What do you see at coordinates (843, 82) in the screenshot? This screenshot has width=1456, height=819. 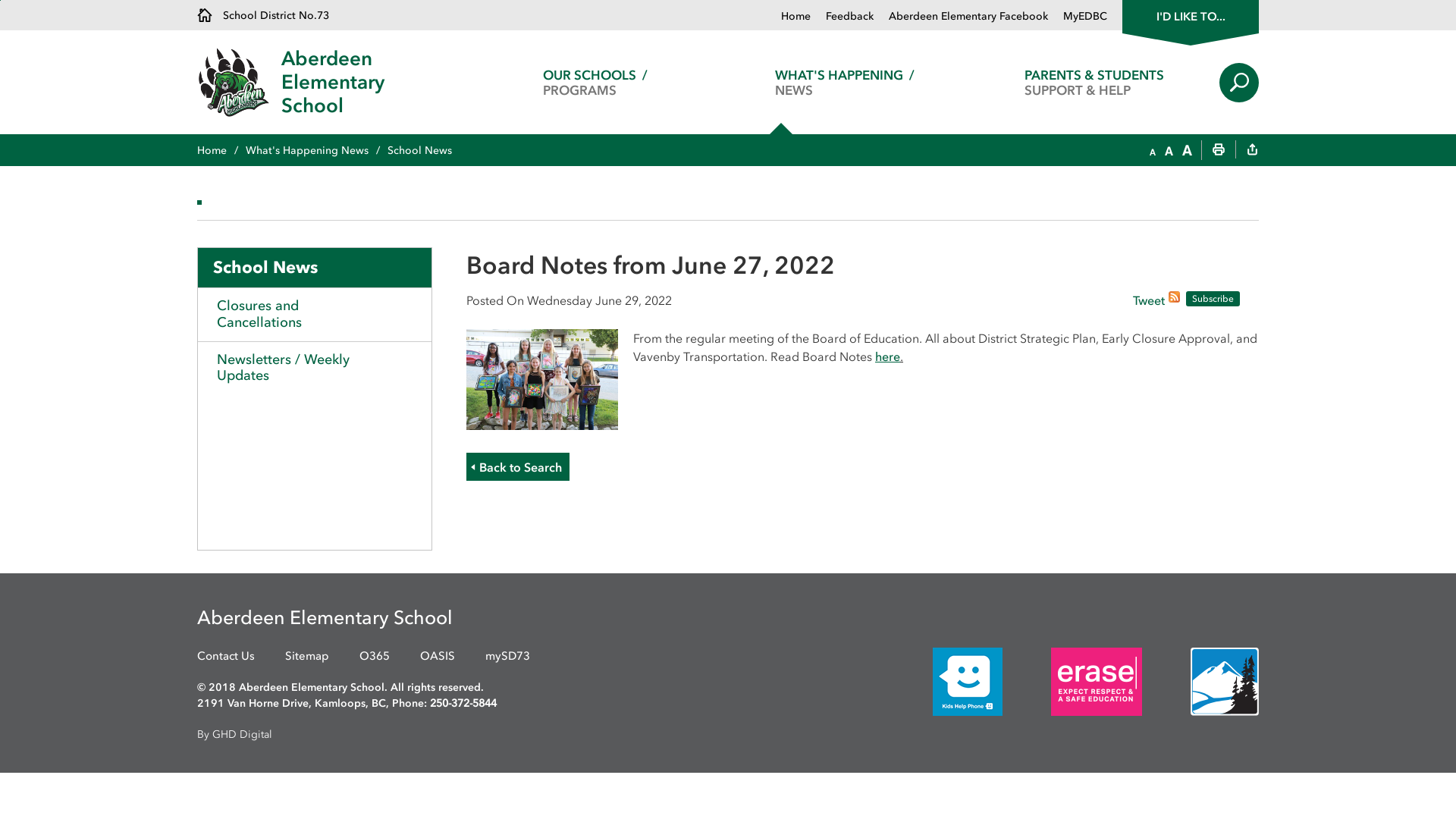 I see `'WHAT'S HAPPENING` at bounding box center [843, 82].